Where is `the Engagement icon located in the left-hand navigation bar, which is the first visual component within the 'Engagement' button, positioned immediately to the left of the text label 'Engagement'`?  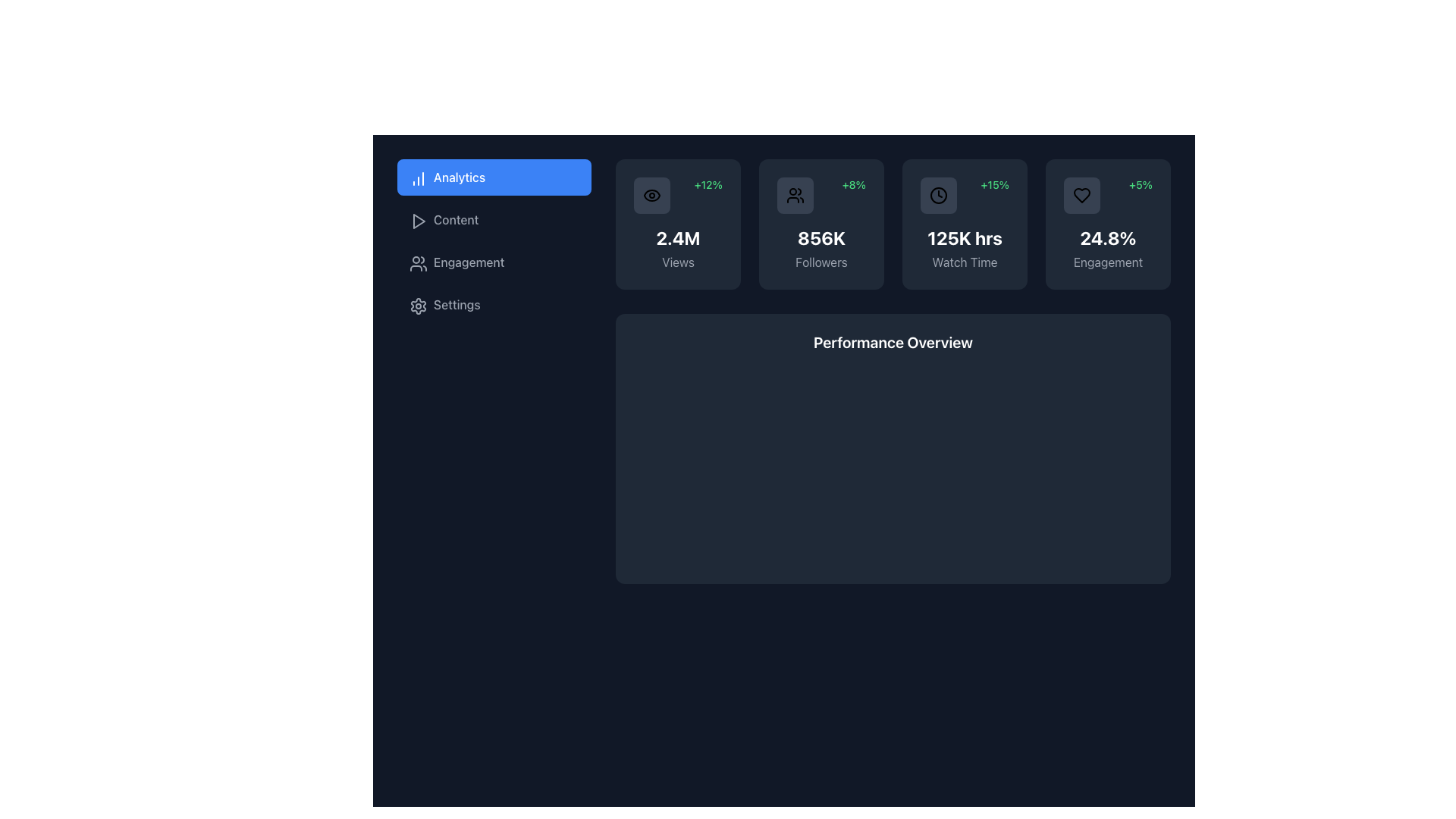
the Engagement icon located in the left-hand navigation bar, which is the first visual component within the 'Engagement' button, positioned immediately to the left of the text label 'Engagement' is located at coordinates (417, 262).